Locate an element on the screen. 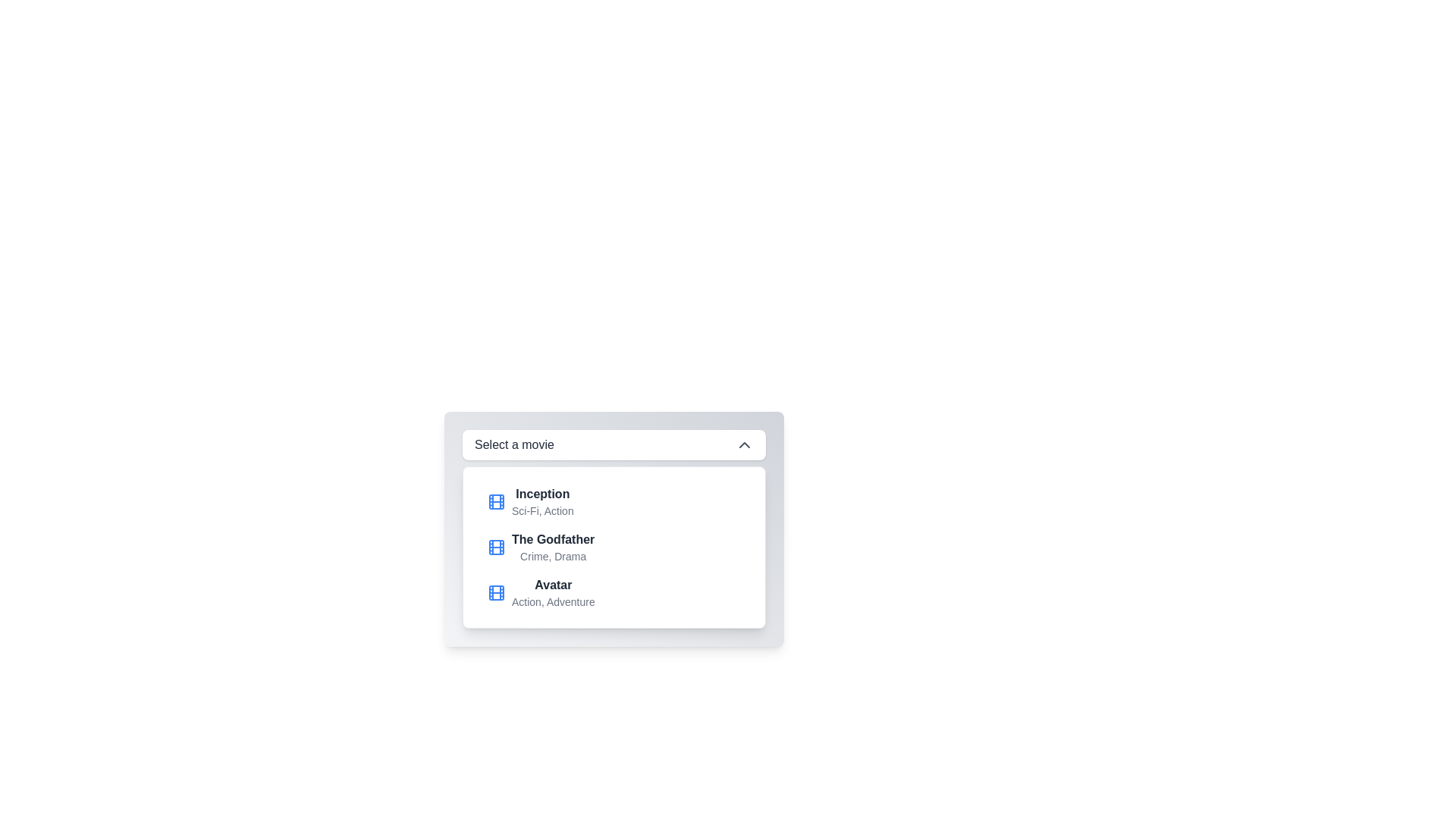  the chevron-up icon on the right side of the 'Select a movie' bar is located at coordinates (745, 444).